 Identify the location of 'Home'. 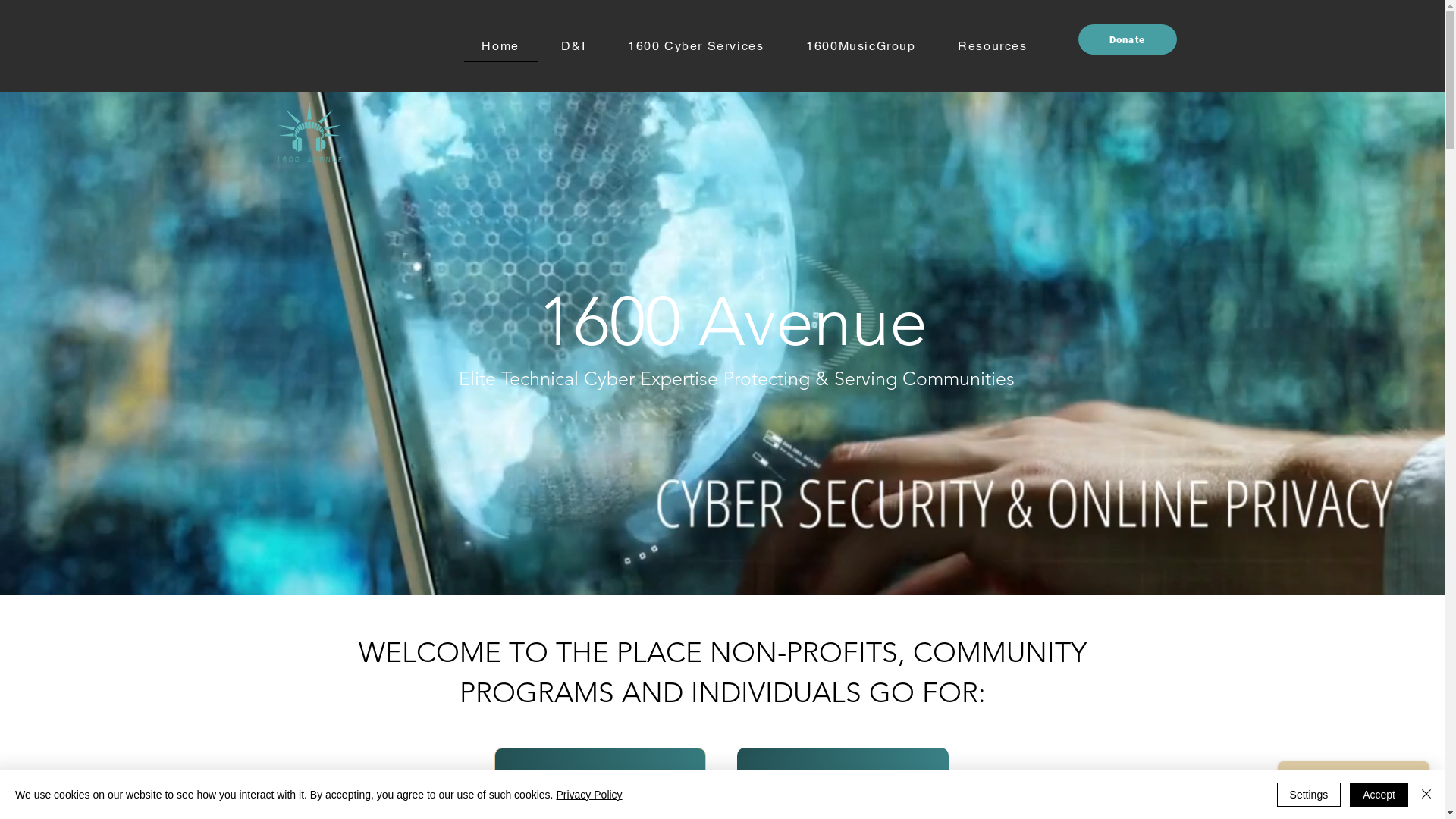
(500, 45).